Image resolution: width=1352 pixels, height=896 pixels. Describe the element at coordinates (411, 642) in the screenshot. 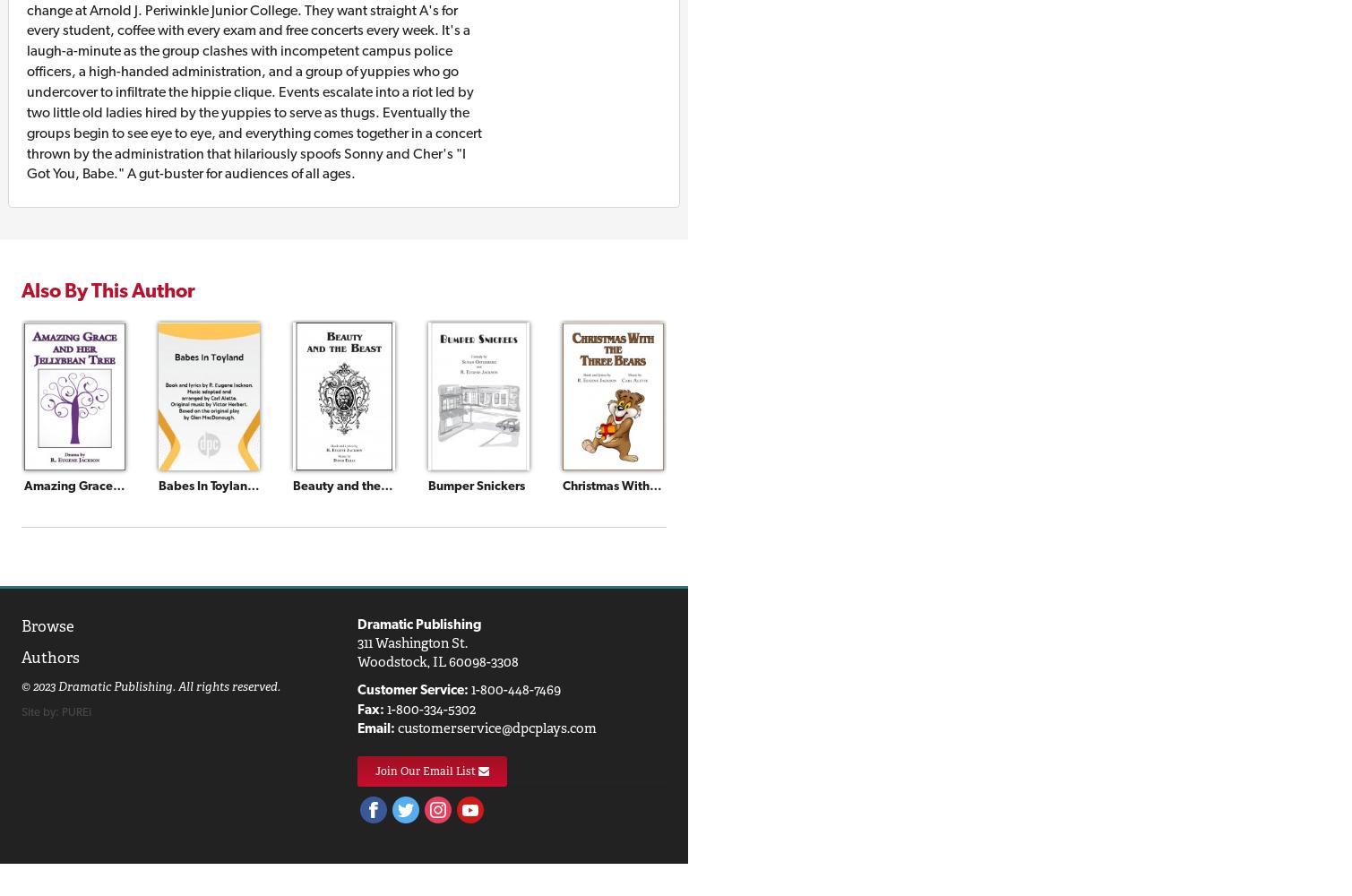

I see `'311 Washington St.'` at that location.